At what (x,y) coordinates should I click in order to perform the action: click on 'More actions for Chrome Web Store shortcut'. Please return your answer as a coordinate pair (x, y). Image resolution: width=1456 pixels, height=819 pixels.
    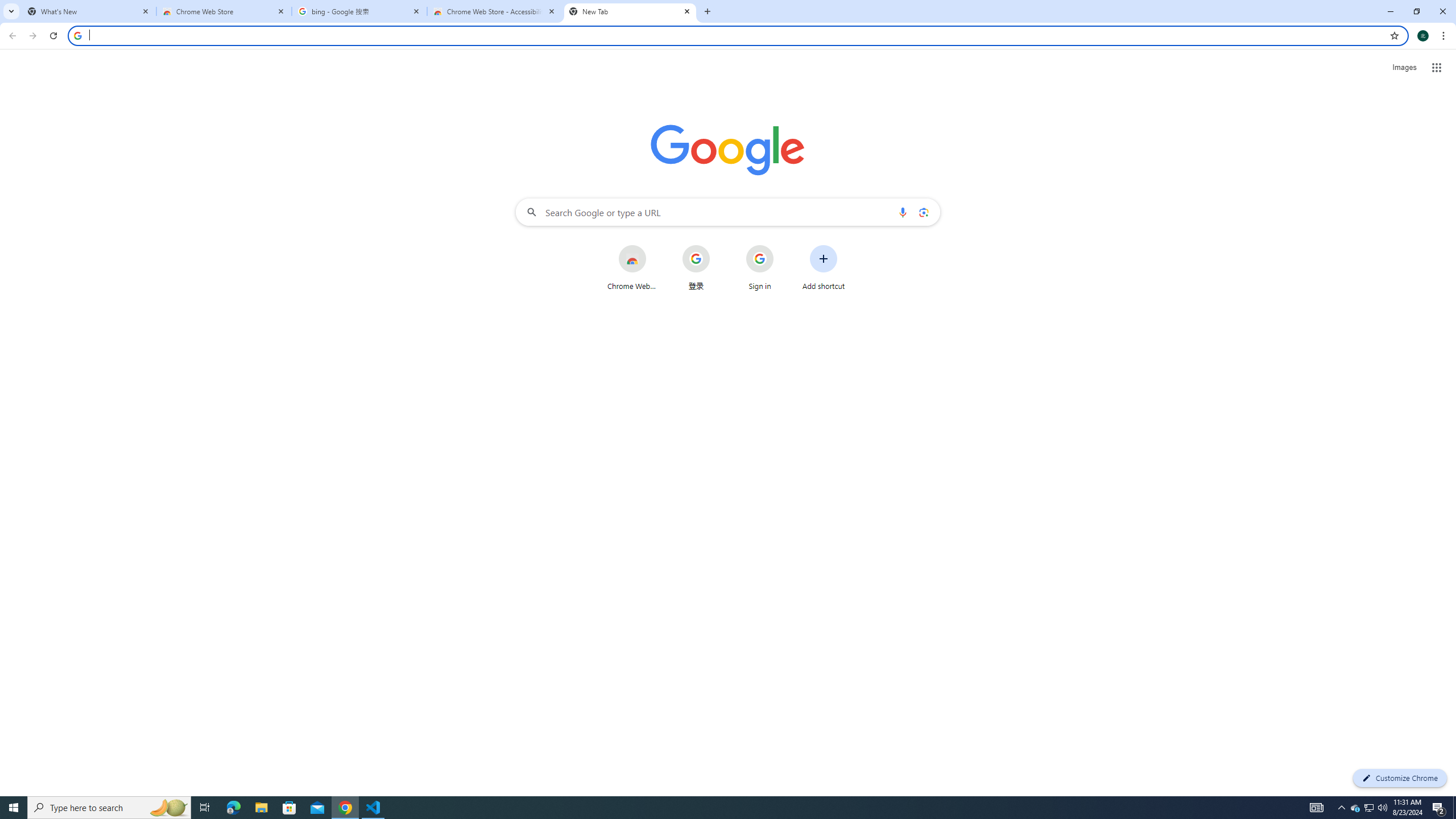
    Looking at the image, I should click on (655, 246).